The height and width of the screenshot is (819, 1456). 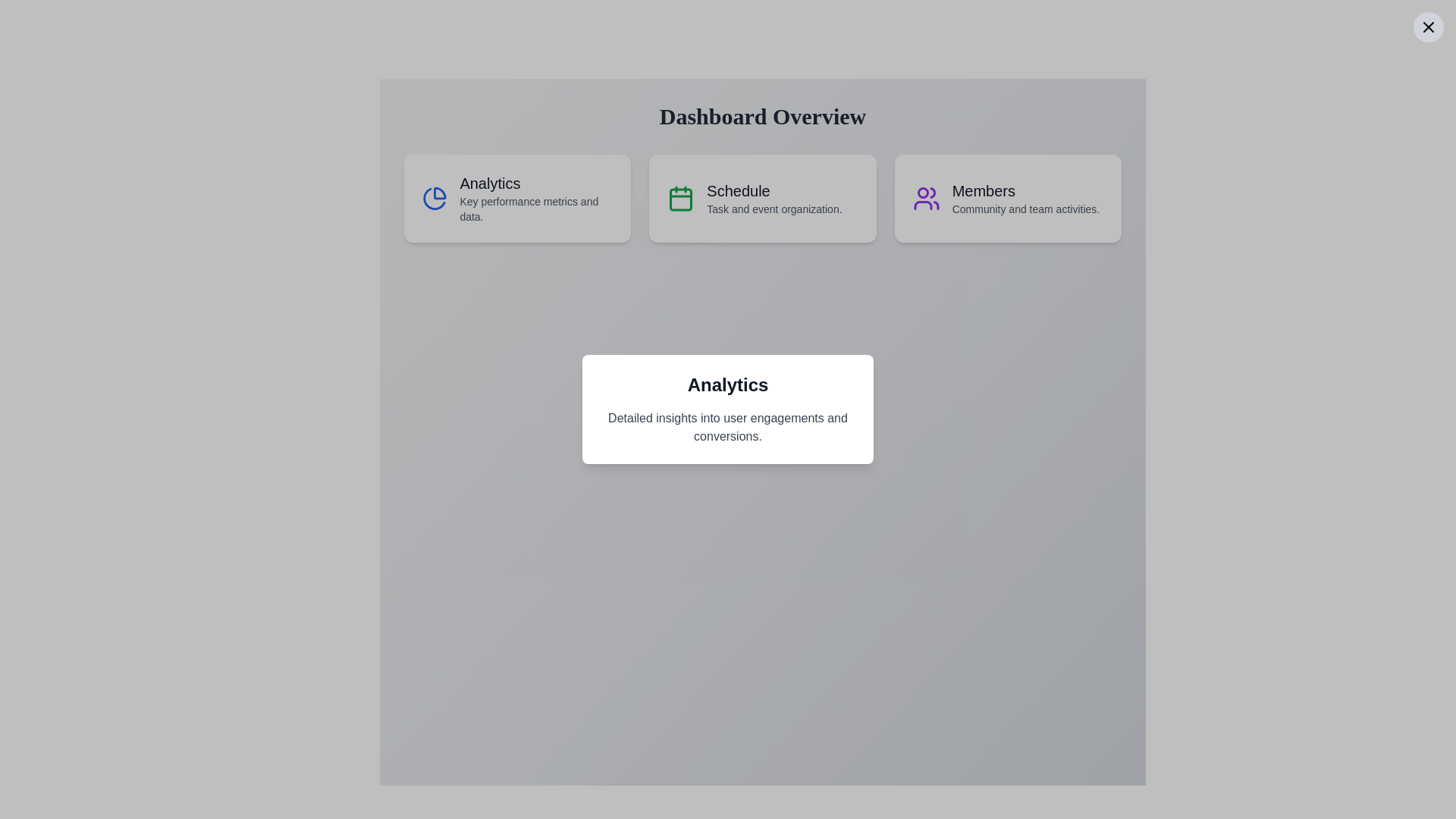 I want to click on the descriptive text element located beneath the 'Schedule' title, which clarifies the purpose of the 'Schedule' section, so click(x=774, y=209).